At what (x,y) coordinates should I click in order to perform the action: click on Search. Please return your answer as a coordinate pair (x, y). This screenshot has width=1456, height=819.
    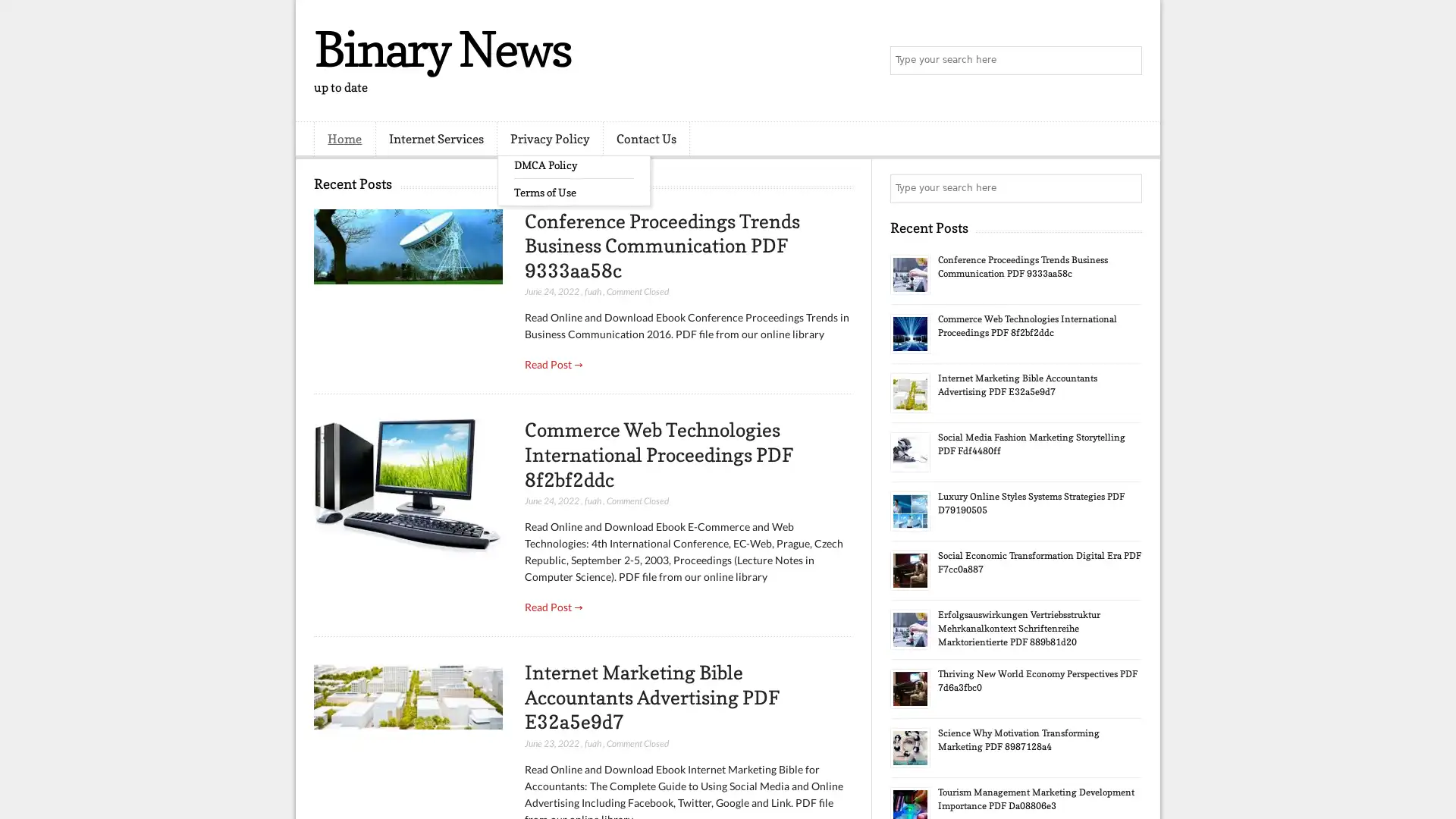
    Looking at the image, I should click on (1126, 188).